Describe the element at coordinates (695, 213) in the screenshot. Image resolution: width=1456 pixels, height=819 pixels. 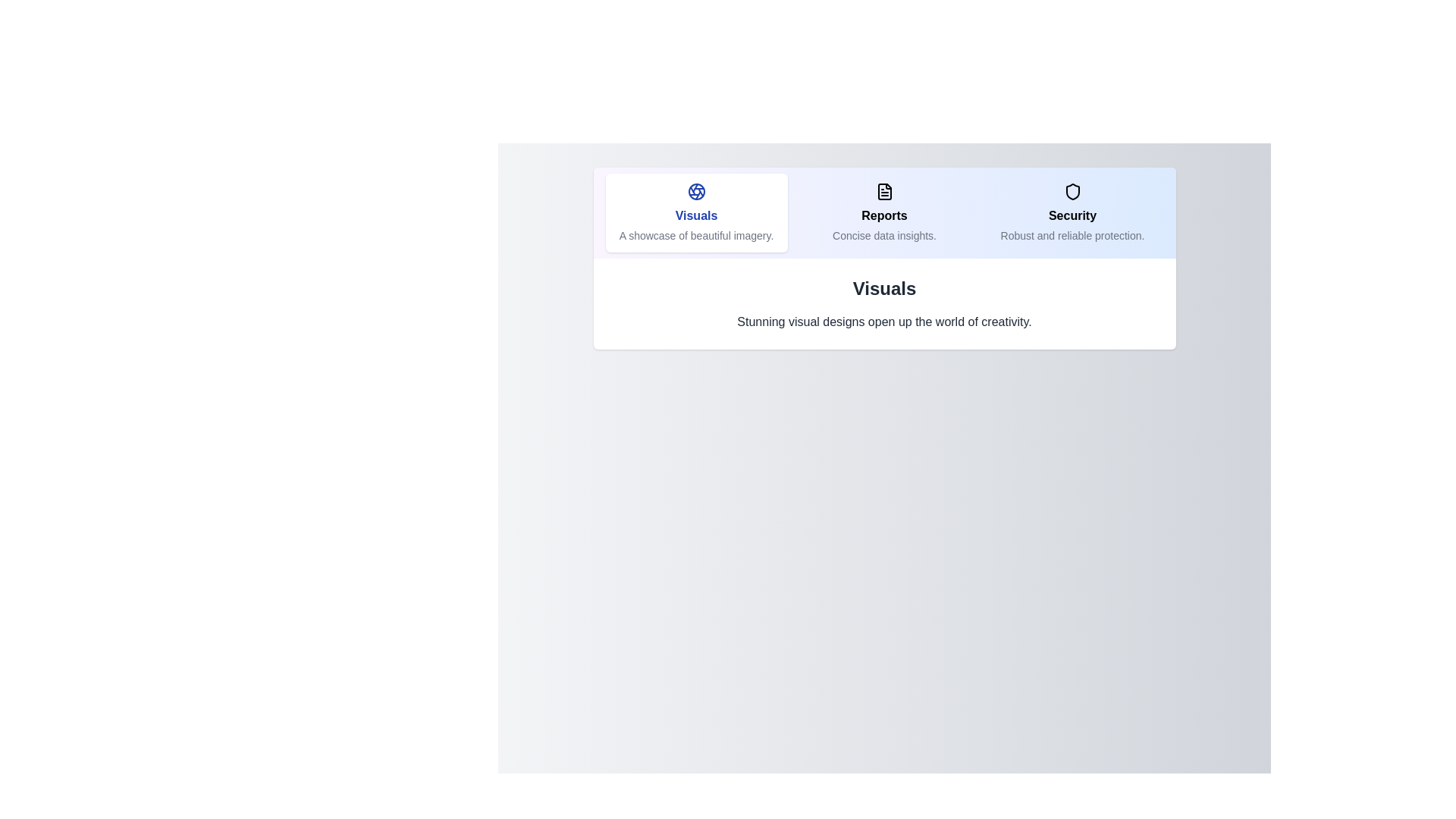
I see `the tab labeled Visuals to preview its interaction effect` at that location.